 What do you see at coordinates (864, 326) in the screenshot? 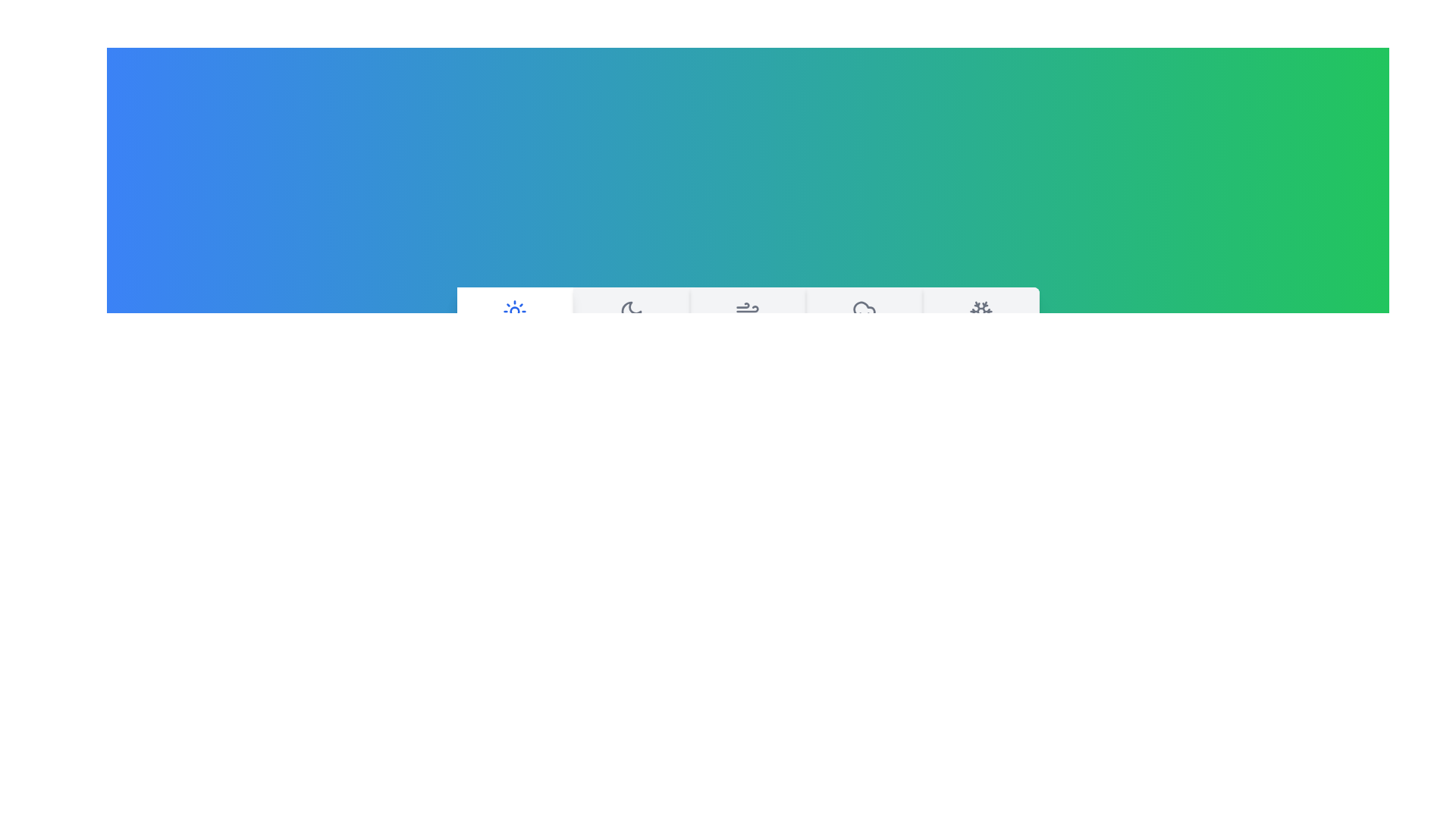
I see `the weather tab labeled Rainy` at bounding box center [864, 326].